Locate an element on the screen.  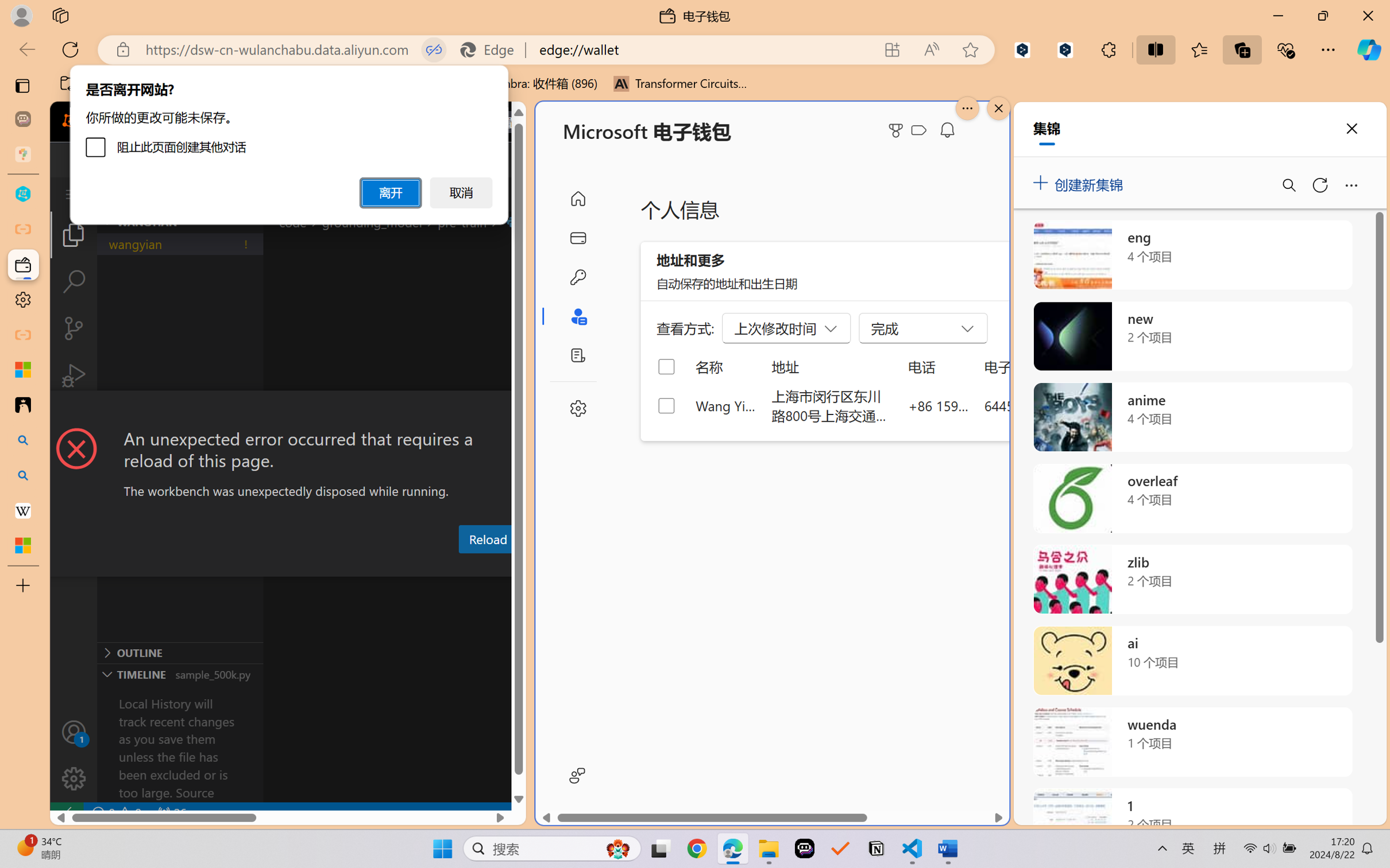
'Timeline Section' is located at coordinates (180, 674).